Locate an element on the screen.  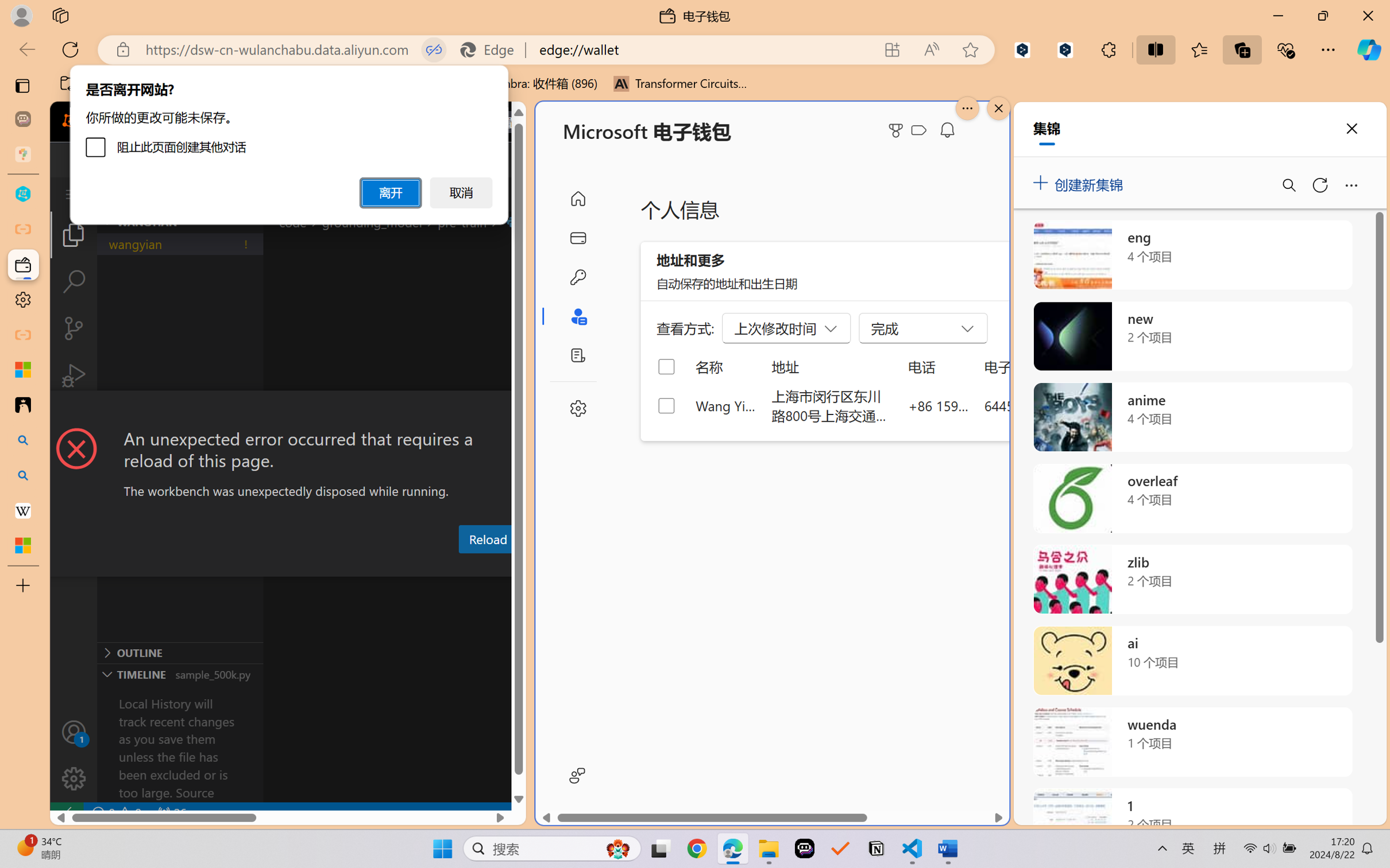
'Timeline Section' is located at coordinates (180, 674).